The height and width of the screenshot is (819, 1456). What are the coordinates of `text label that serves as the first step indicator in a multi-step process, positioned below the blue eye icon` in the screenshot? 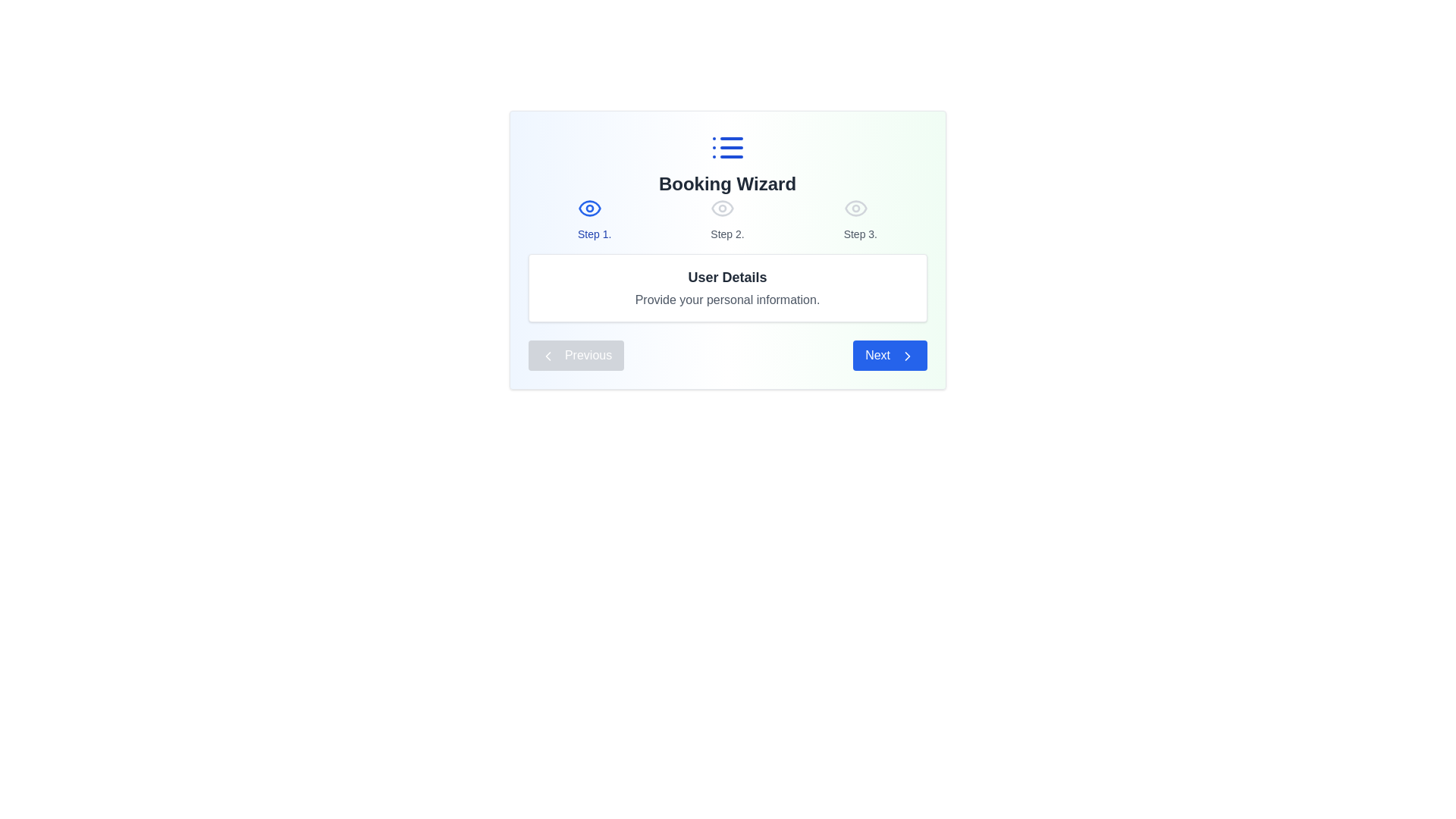 It's located at (594, 234).